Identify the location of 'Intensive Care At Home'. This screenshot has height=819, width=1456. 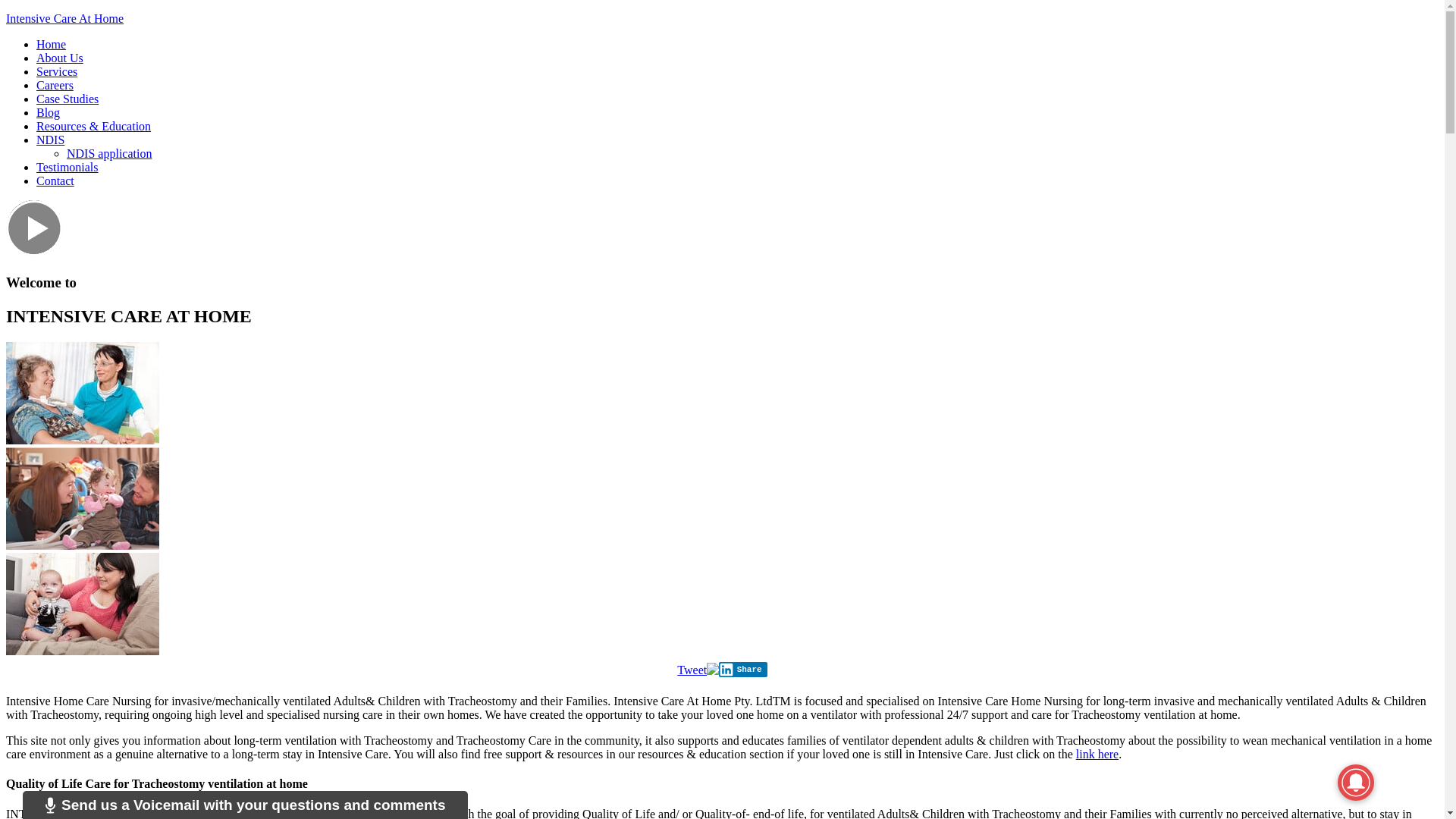
(64, 18).